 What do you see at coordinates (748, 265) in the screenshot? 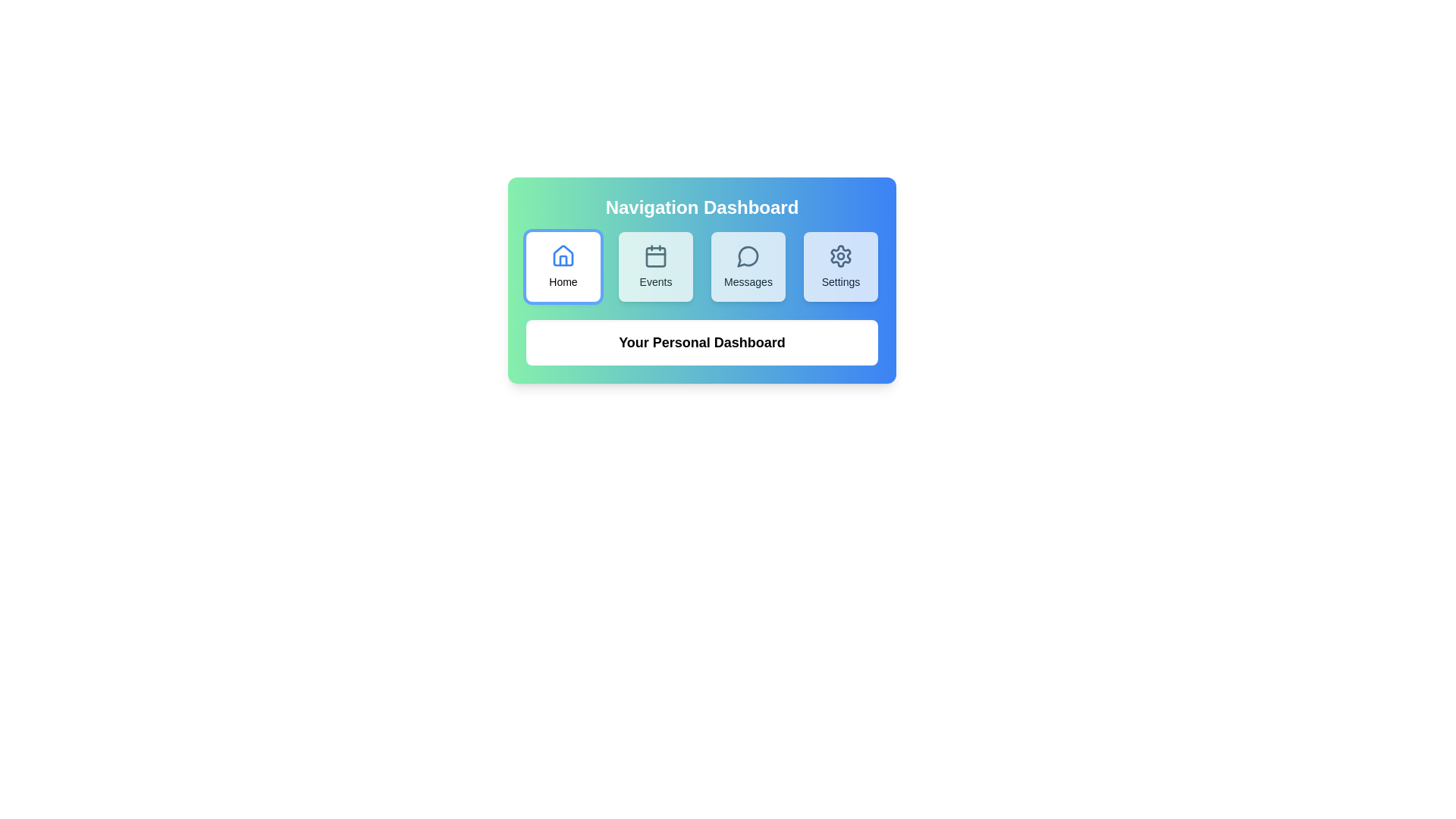
I see `the 'Messages' button located in the third column of the navigation dashboard` at bounding box center [748, 265].